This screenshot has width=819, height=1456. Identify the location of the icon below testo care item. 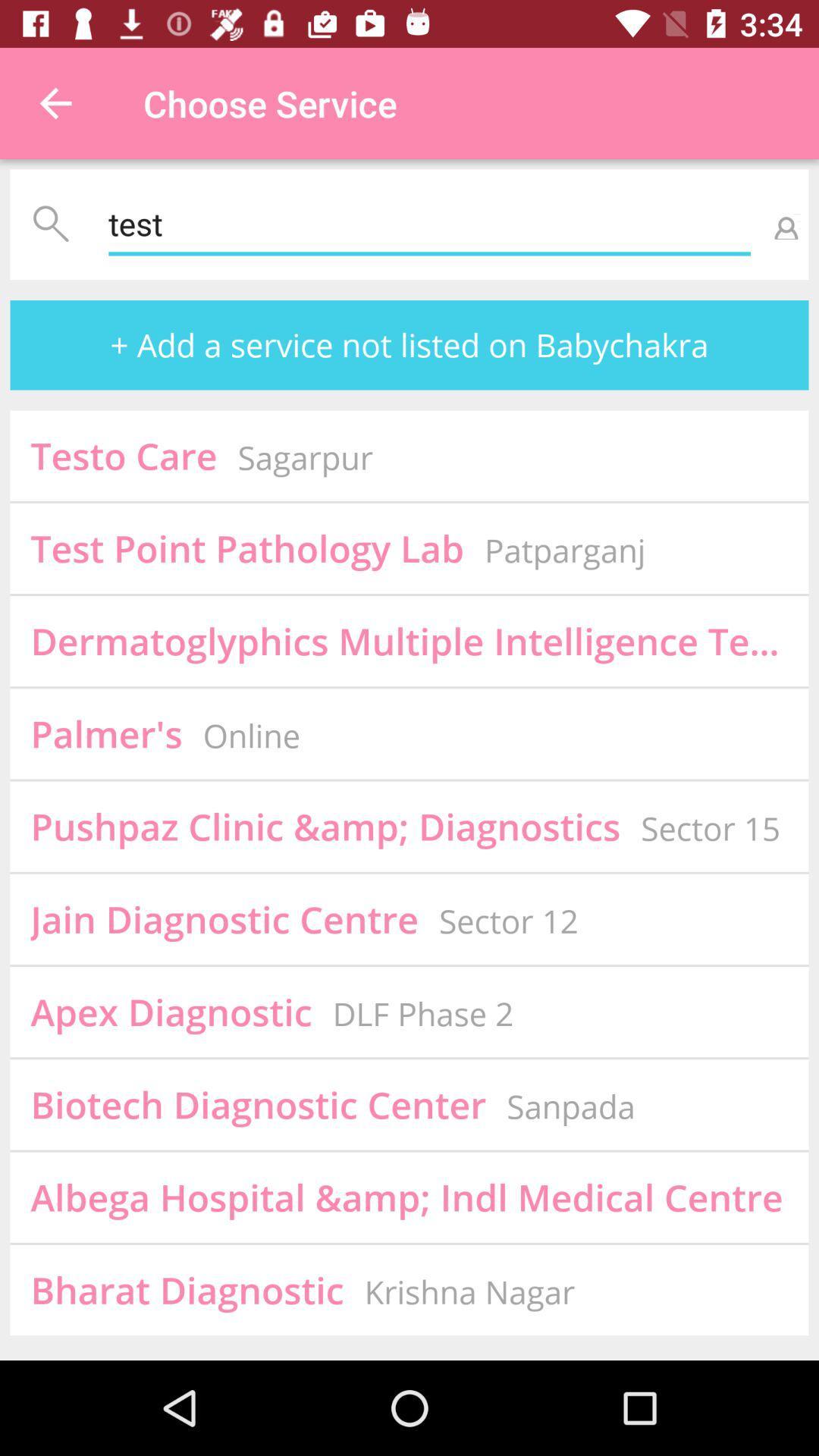
(246, 548).